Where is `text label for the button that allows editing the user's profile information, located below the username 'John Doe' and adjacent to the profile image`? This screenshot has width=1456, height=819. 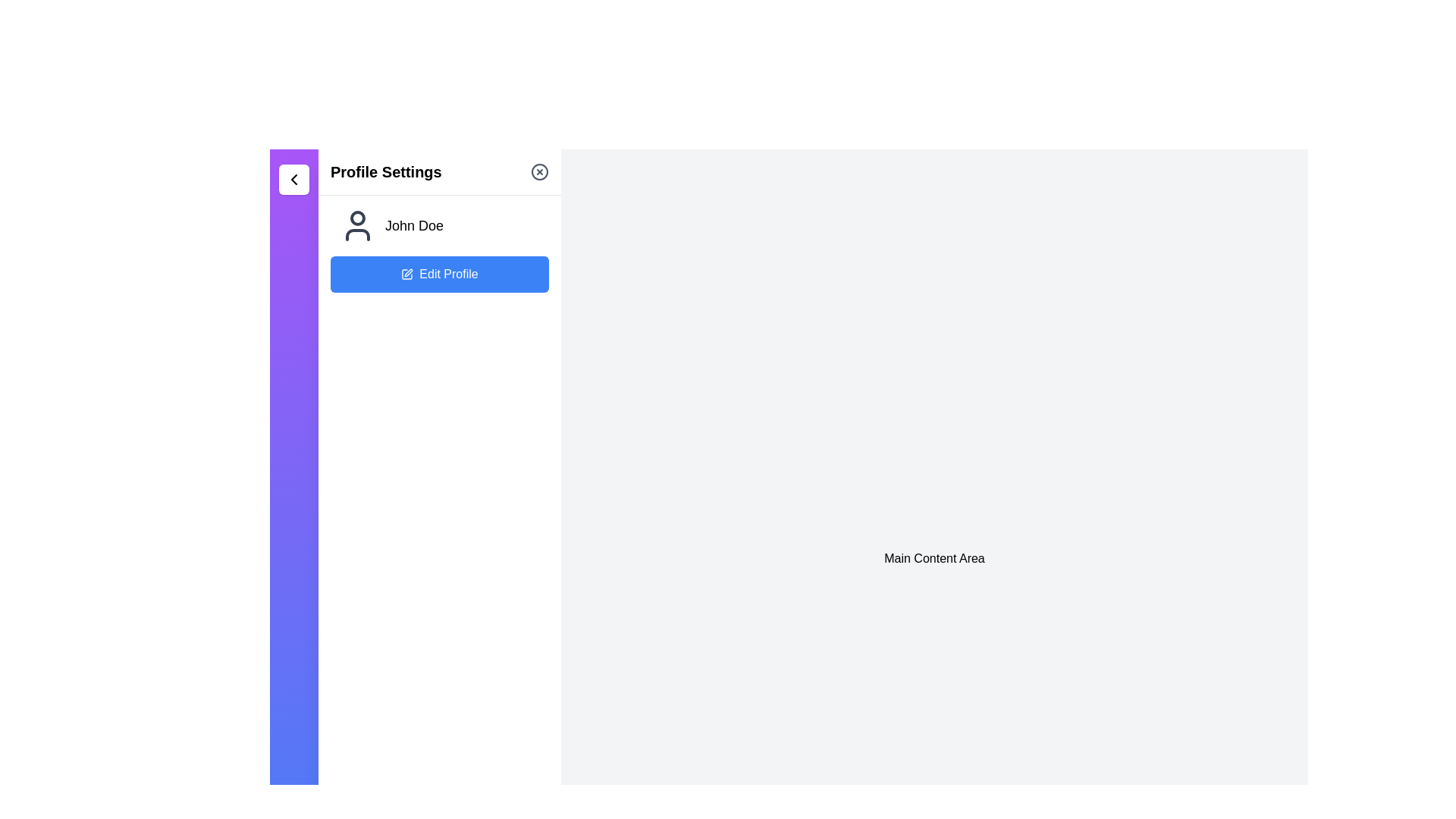 text label for the button that allows editing the user's profile information, located below the username 'John Doe' and adjacent to the profile image is located at coordinates (447, 275).